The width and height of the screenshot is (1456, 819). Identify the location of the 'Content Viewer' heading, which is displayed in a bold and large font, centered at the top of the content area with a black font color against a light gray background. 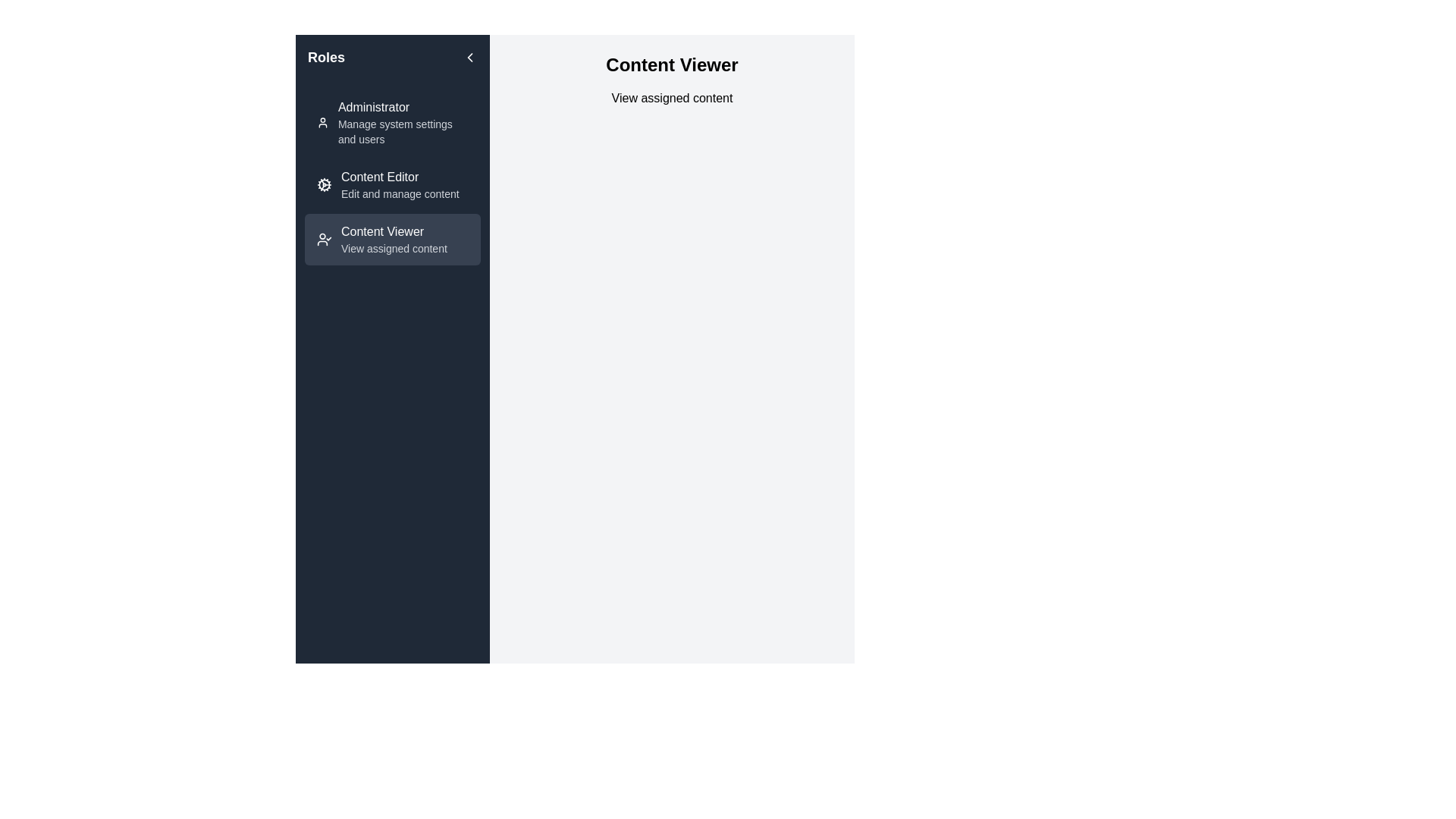
(671, 64).